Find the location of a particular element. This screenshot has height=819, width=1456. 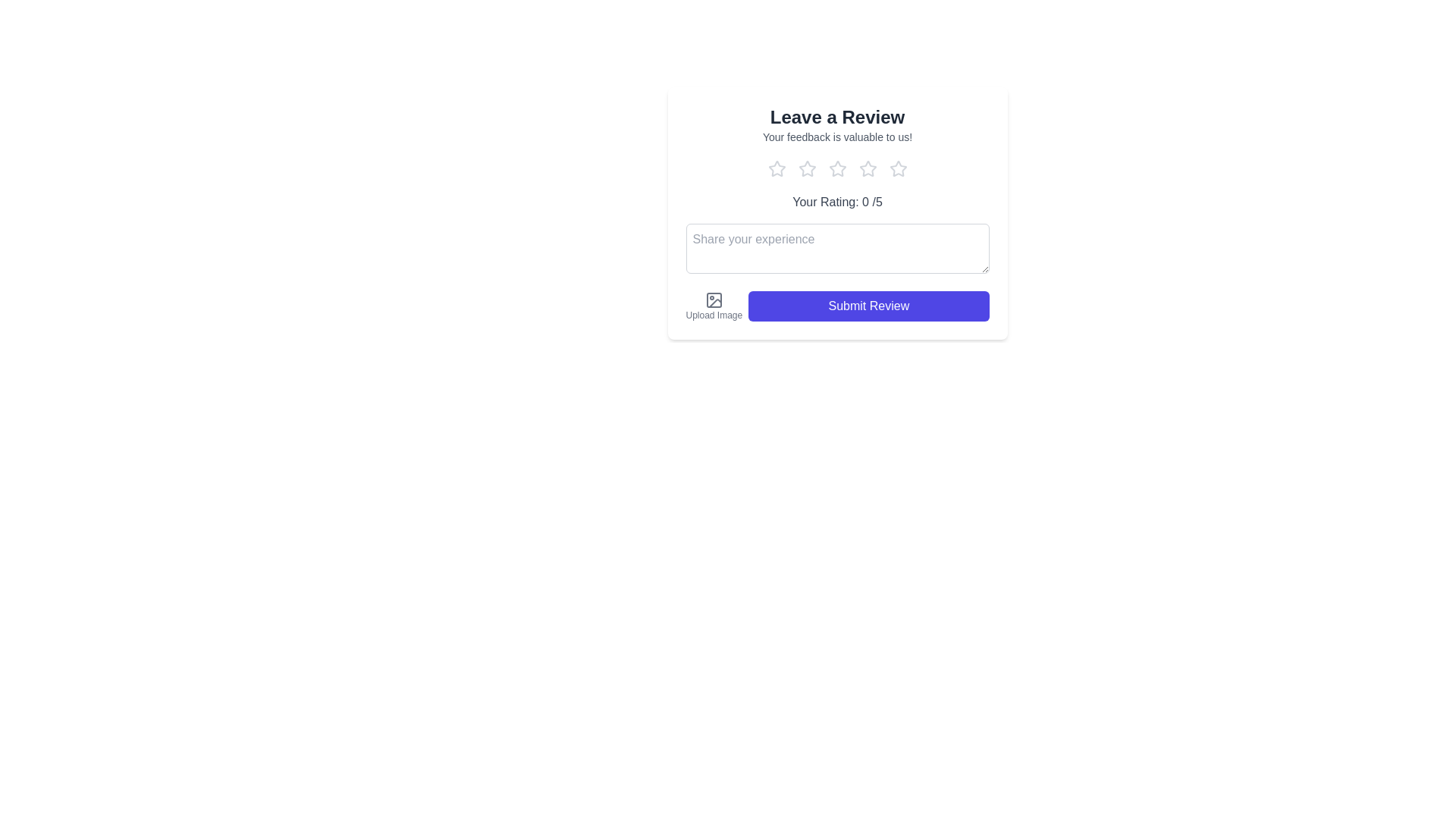

the 'Upload Image' icon to initiate the image upload process is located at coordinates (713, 300).